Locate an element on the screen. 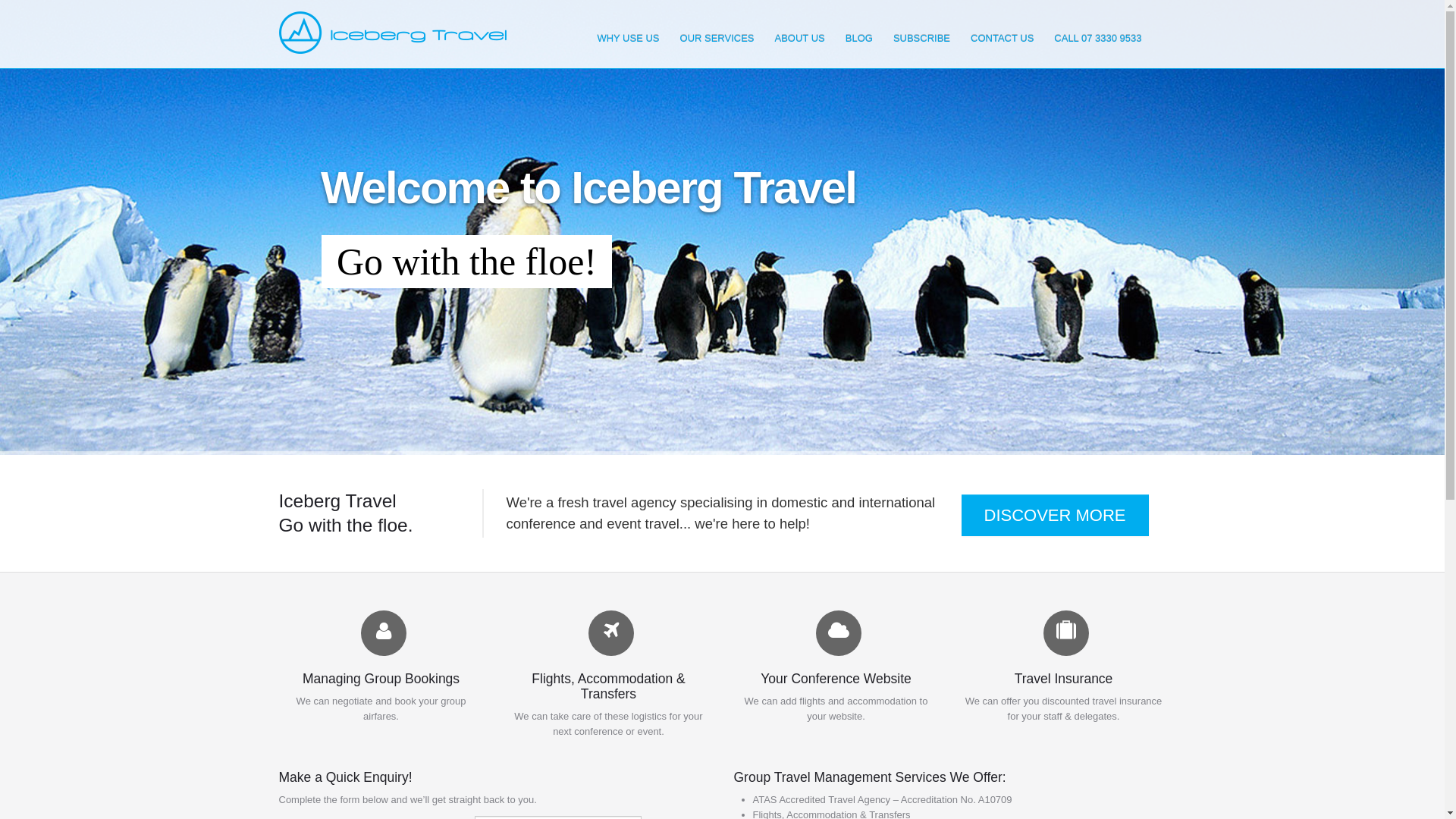  'CALL 07 3330 9533' is located at coordinates (1097, 37).